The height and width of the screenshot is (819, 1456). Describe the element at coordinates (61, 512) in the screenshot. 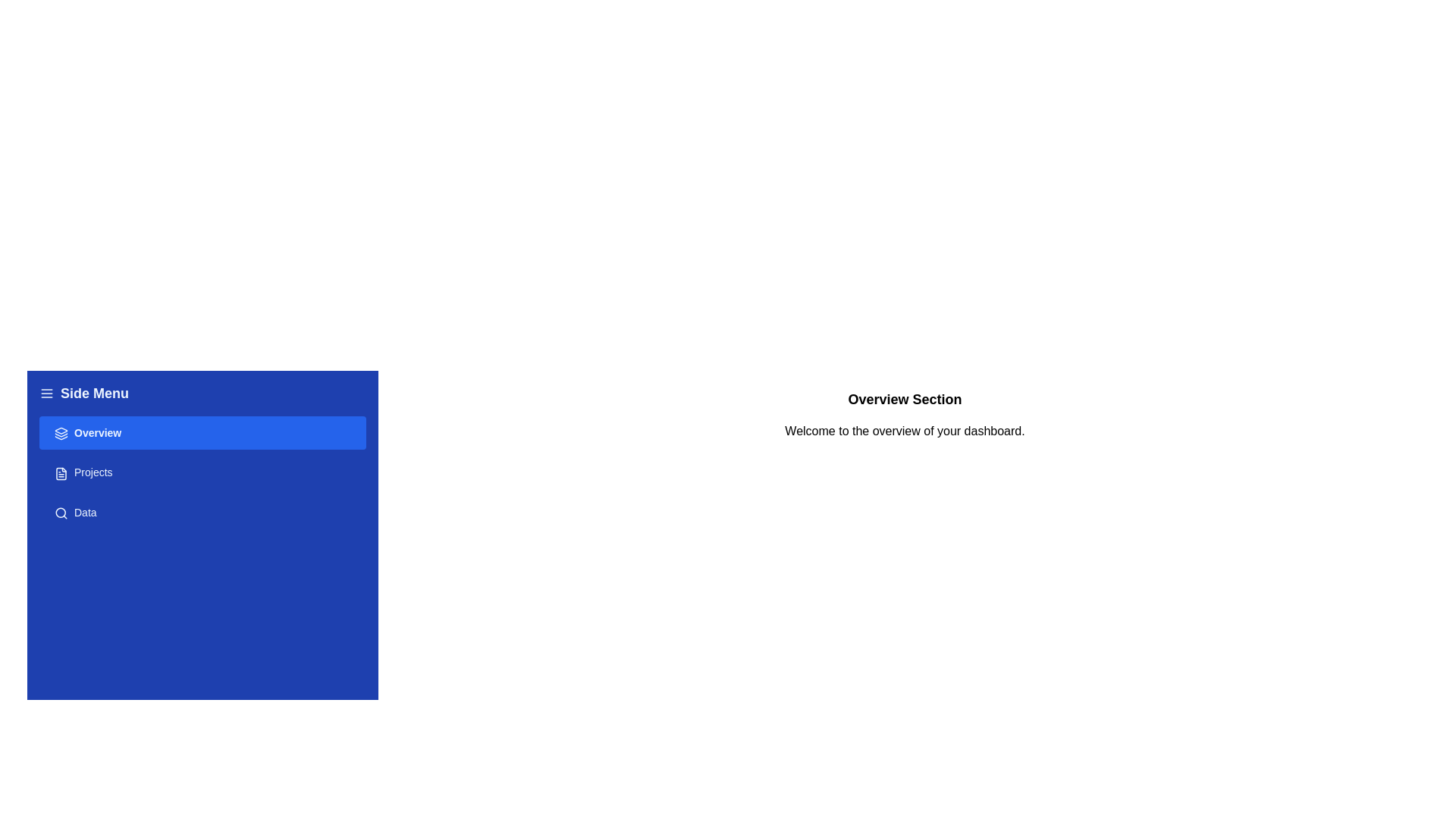

I see `the magnifying glass icon located in the sidebar next` at that location.